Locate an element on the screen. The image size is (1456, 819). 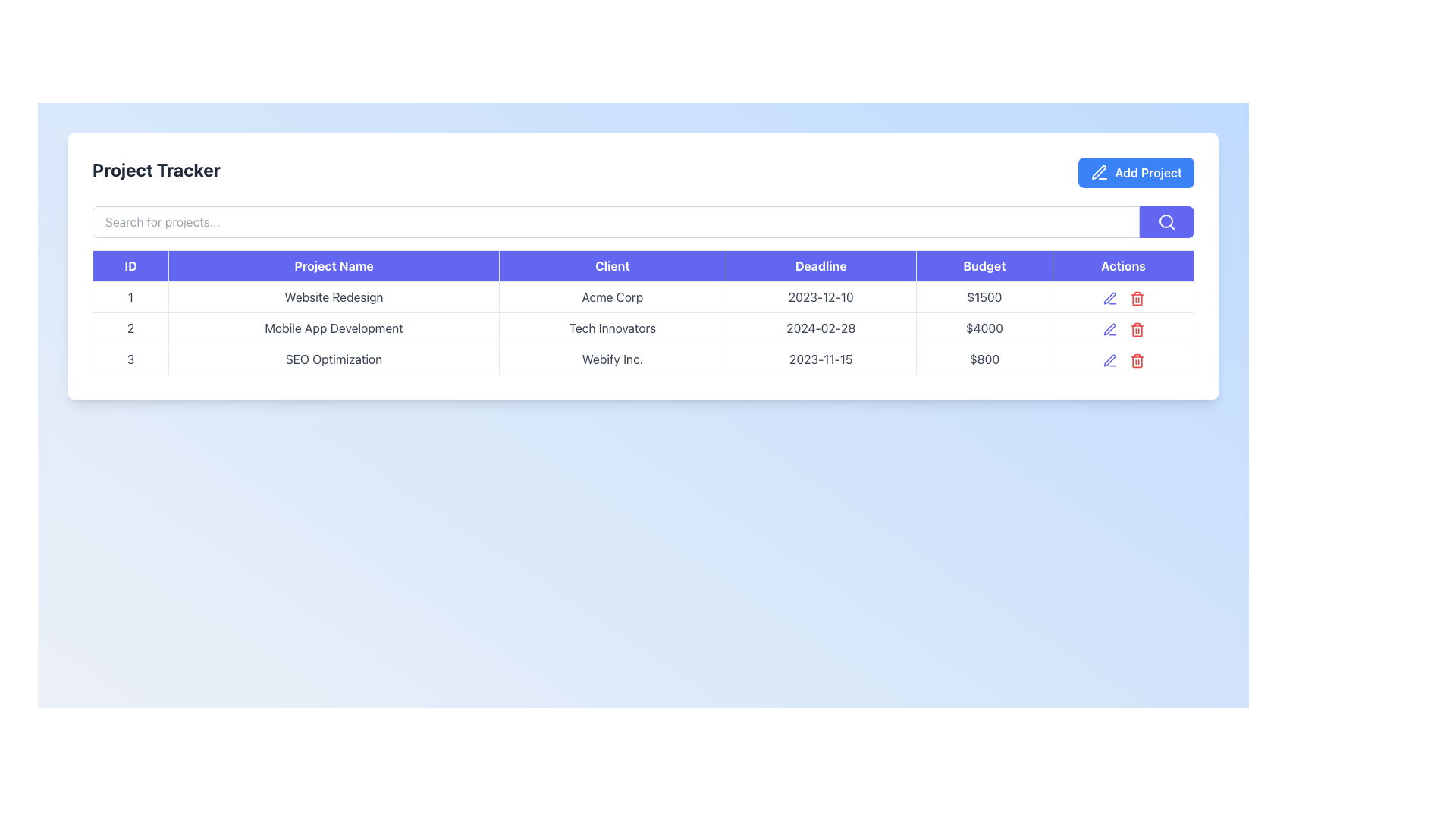
the text label displaying 'Website Redesign' located in the second column of the first row of the data table, directly under the 'Project Name' header is located at coordinates (333, 297).